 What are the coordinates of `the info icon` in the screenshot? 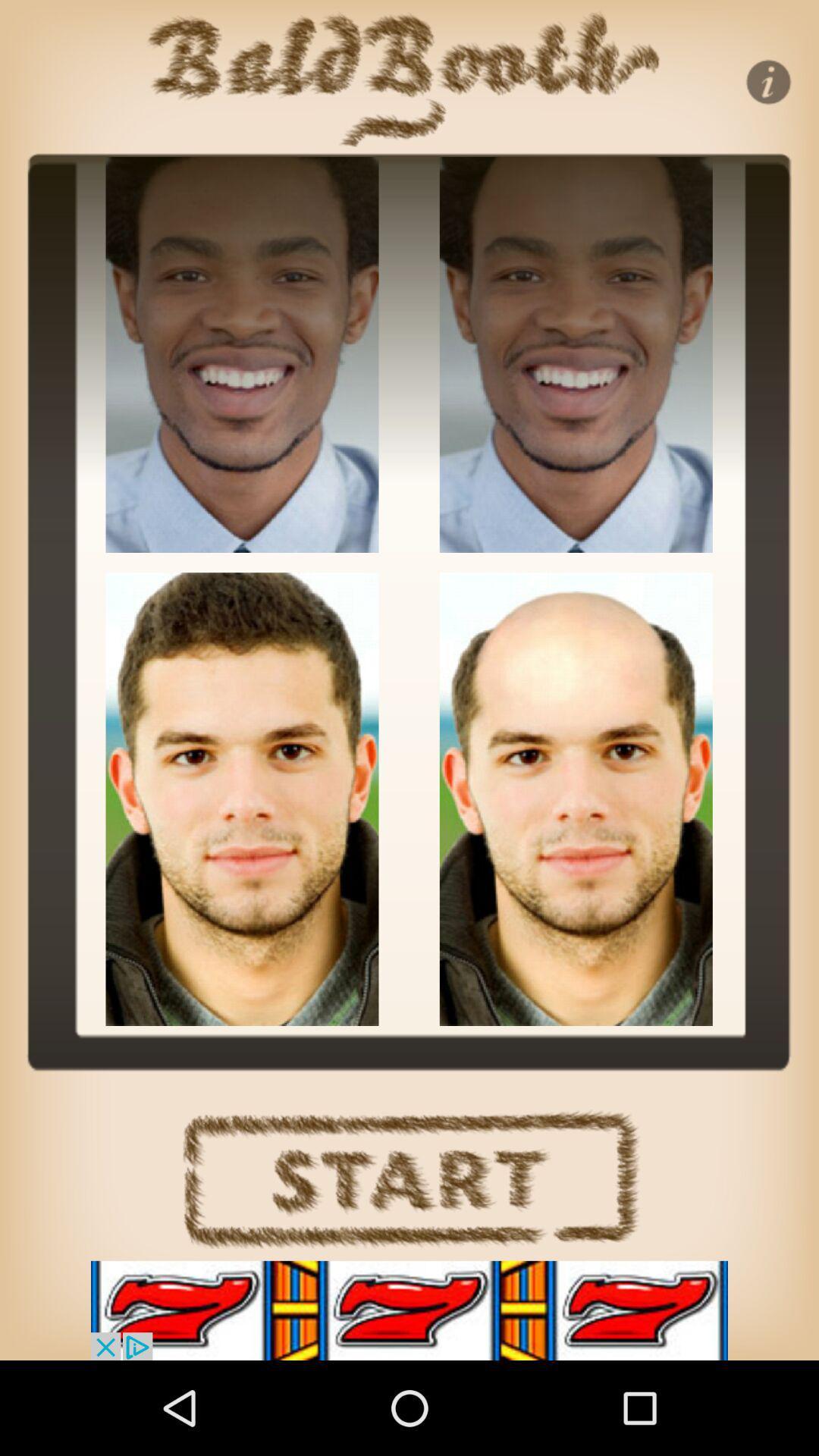 It's located at (768, 81).